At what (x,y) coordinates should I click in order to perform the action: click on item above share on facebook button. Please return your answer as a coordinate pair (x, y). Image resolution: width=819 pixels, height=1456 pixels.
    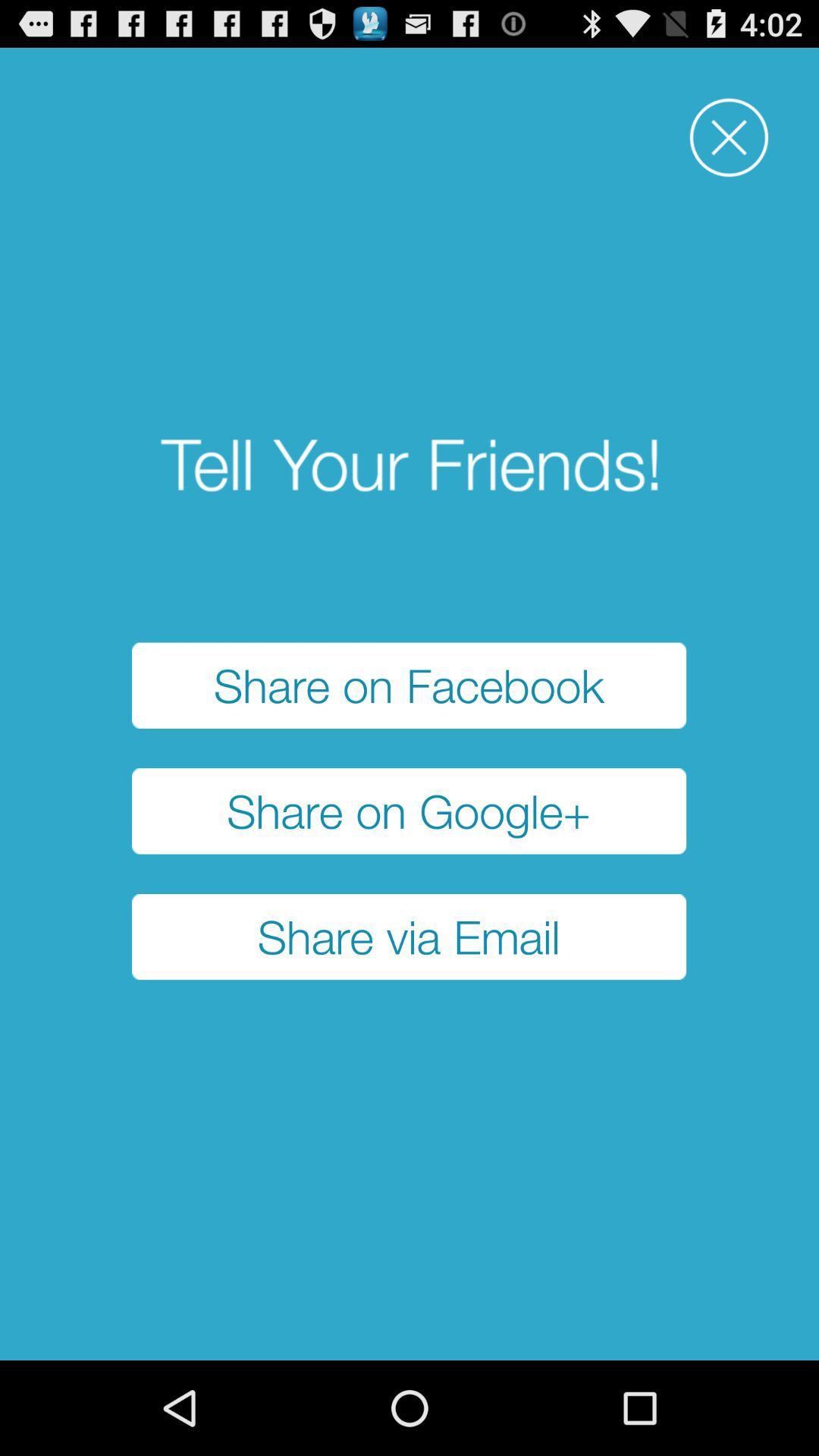
    Looking at the image, I should click on (728, 137).